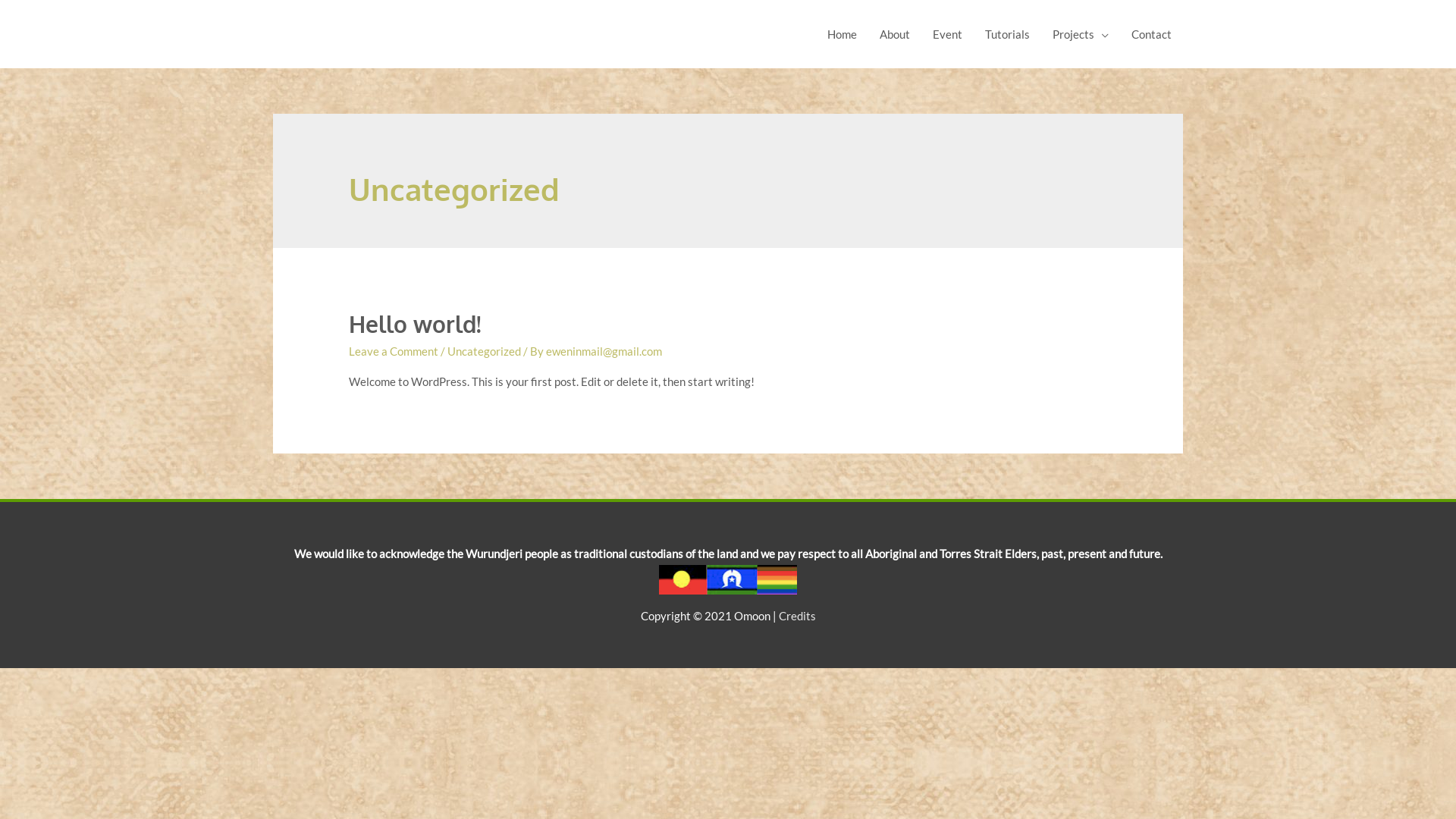 The image size is (1456, 819). Describe the element at coordinates (895, 34) in the screenshot. I see `'About'` at that location.